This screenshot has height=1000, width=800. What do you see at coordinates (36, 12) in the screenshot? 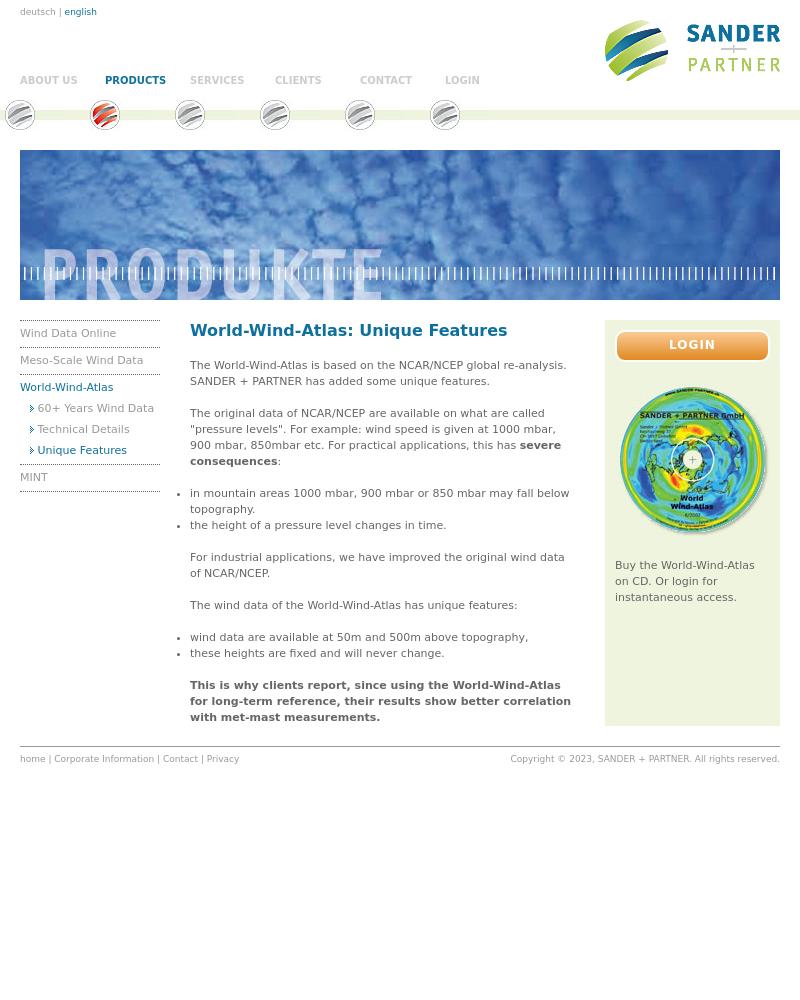
I see `'deutsch'` at bounding box center [36, 12].